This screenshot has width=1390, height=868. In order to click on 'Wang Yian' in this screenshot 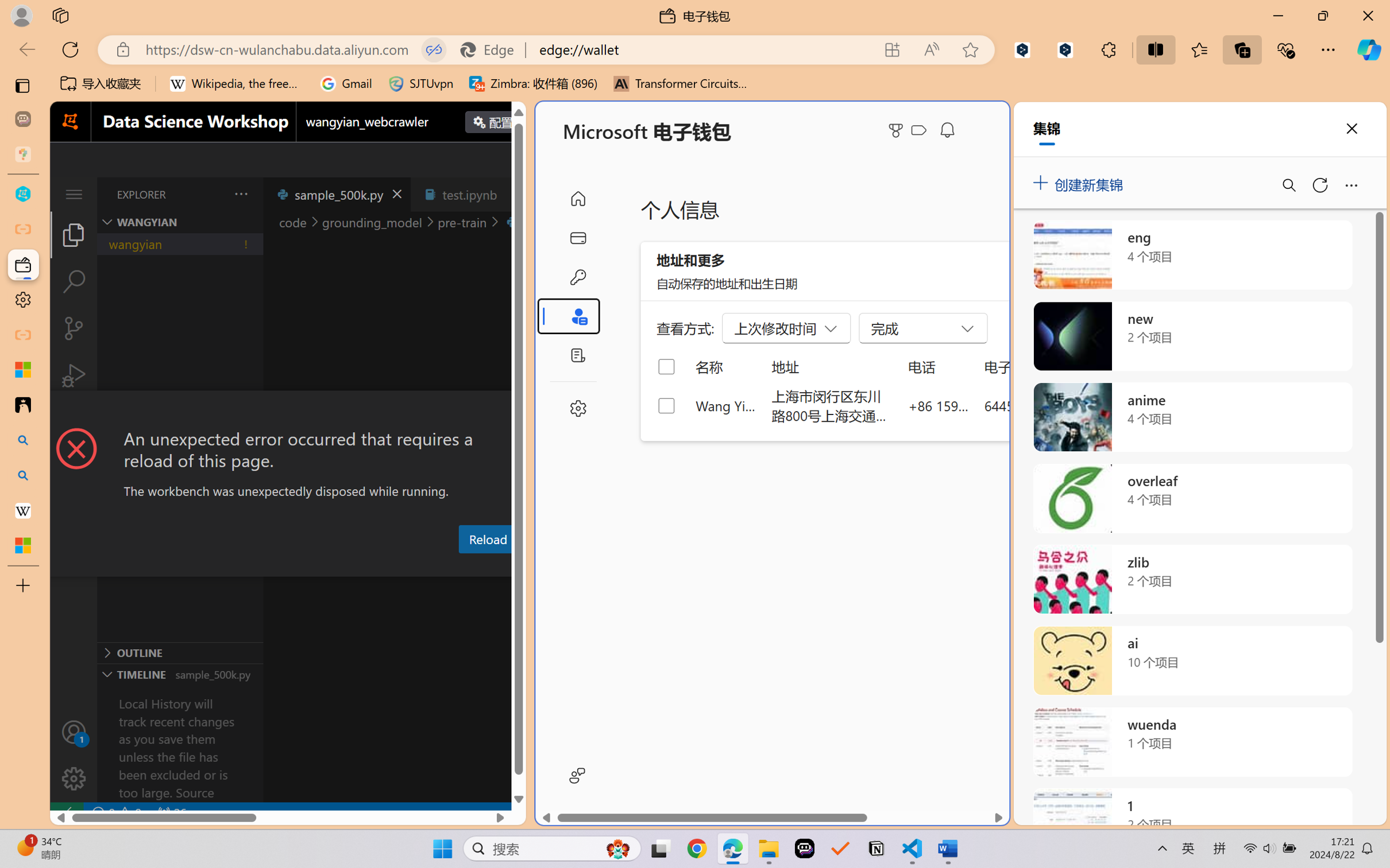, I will do `click(725, 405)`.